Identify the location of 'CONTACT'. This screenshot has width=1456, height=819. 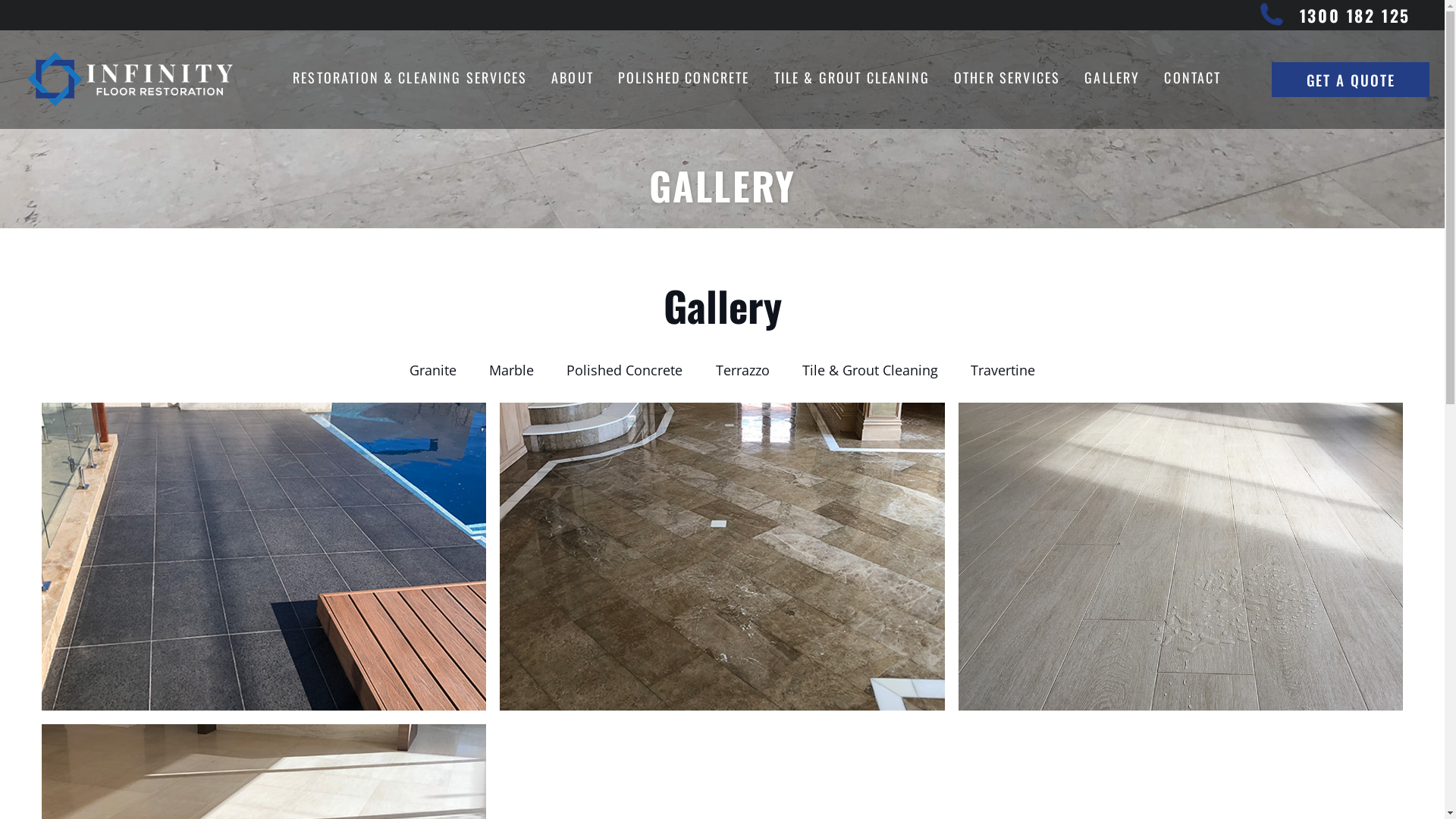
(1191, 79).